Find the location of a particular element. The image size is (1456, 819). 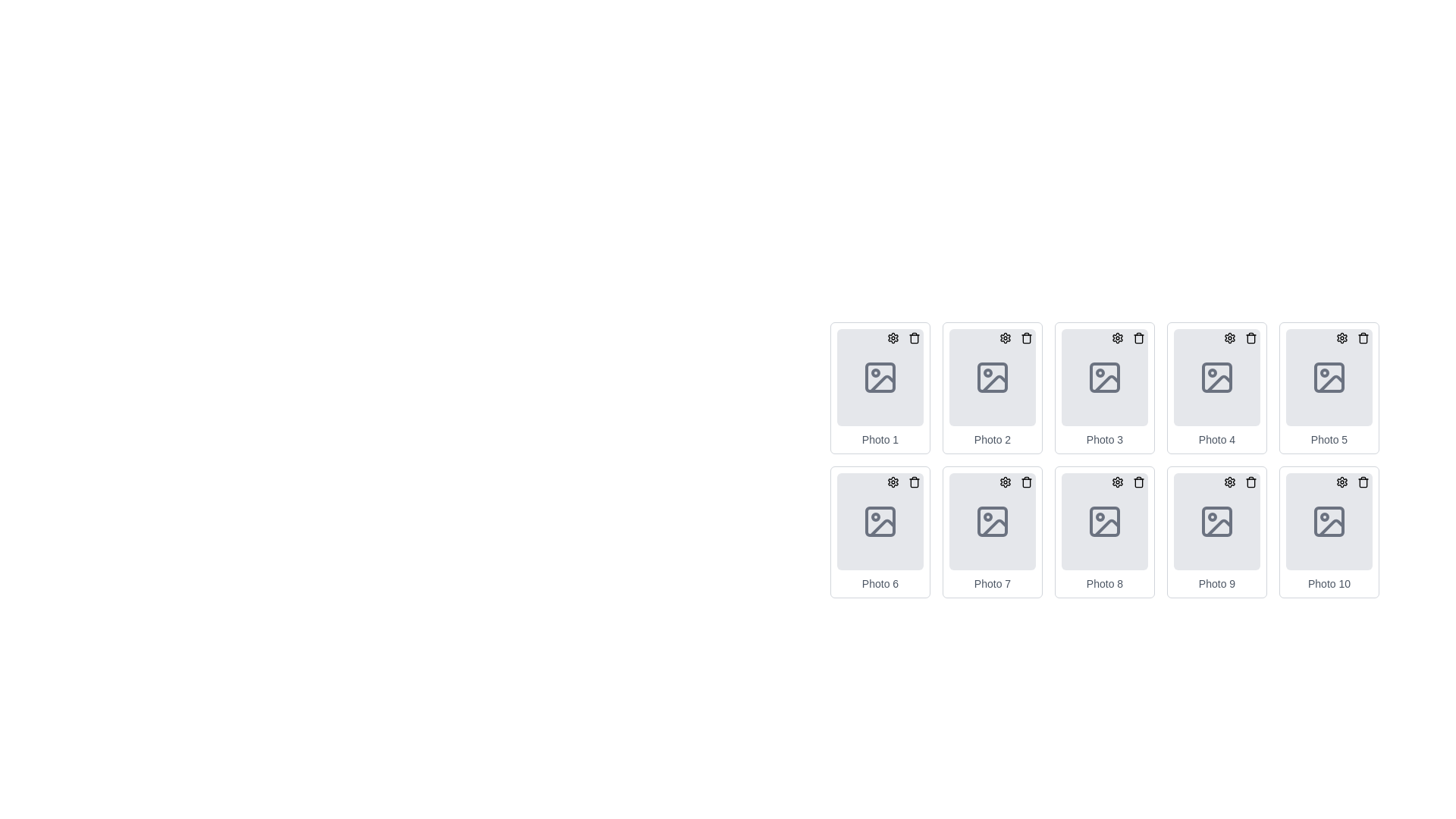

decorative icon element located in the second slot of the first row within the SVG image grid layout is located at coordinates (994, 382).